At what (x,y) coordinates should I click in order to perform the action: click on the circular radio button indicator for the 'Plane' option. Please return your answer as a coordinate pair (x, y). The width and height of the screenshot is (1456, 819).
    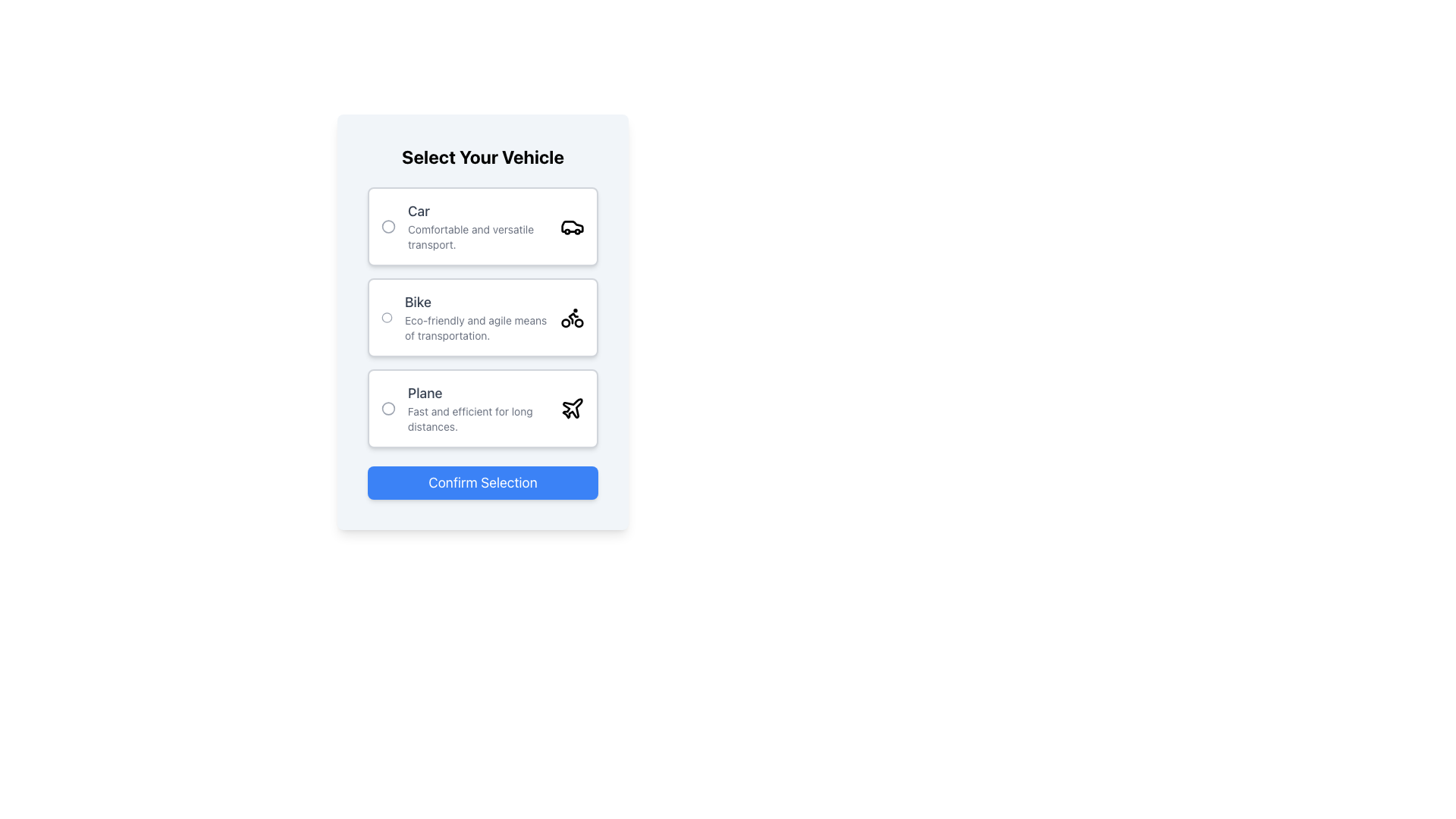
    Looking at the image, I should click on (388, 408).